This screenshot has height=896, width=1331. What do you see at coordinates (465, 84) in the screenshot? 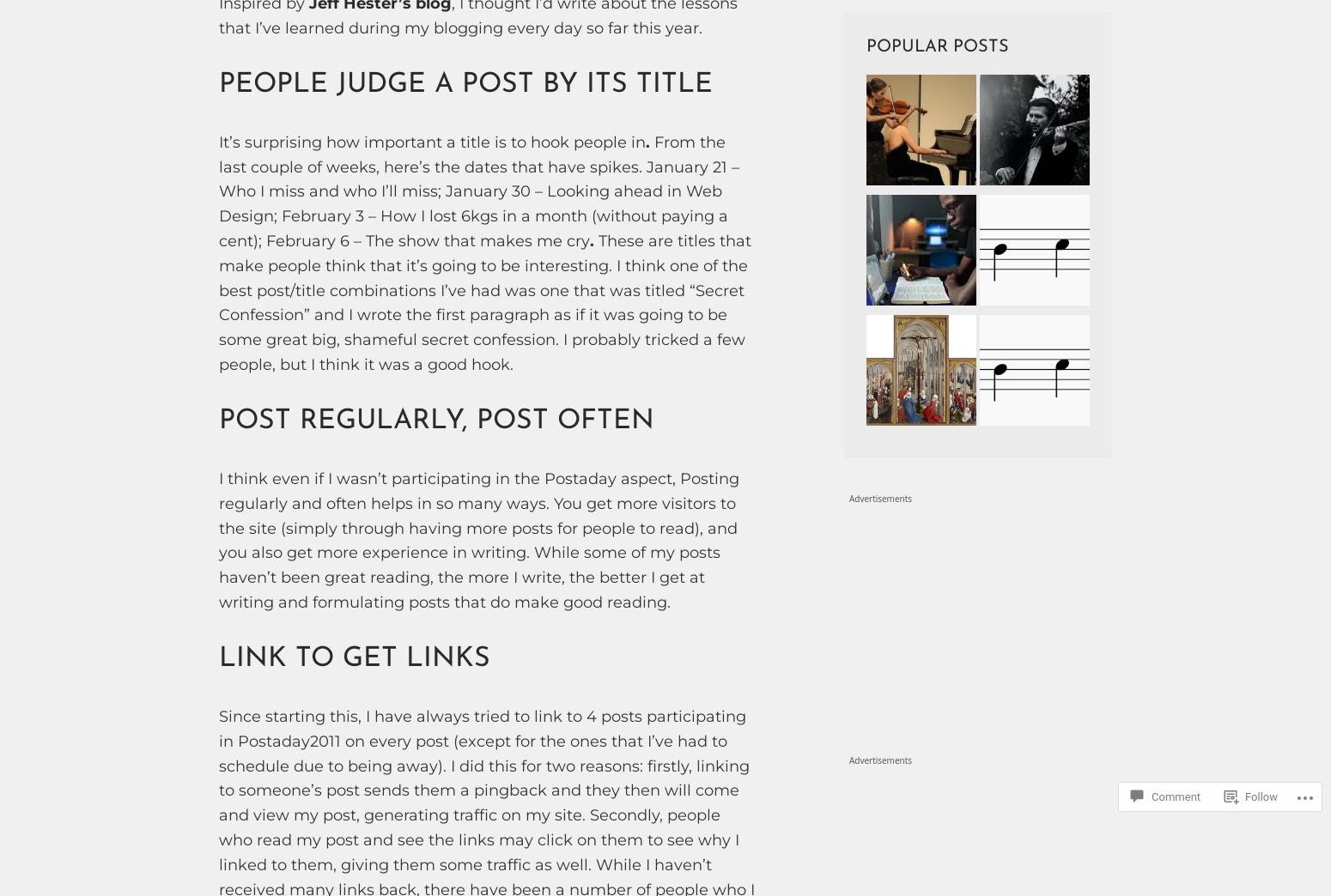
I see `'People judge a post by its title'` at bounding box center [465, 84].